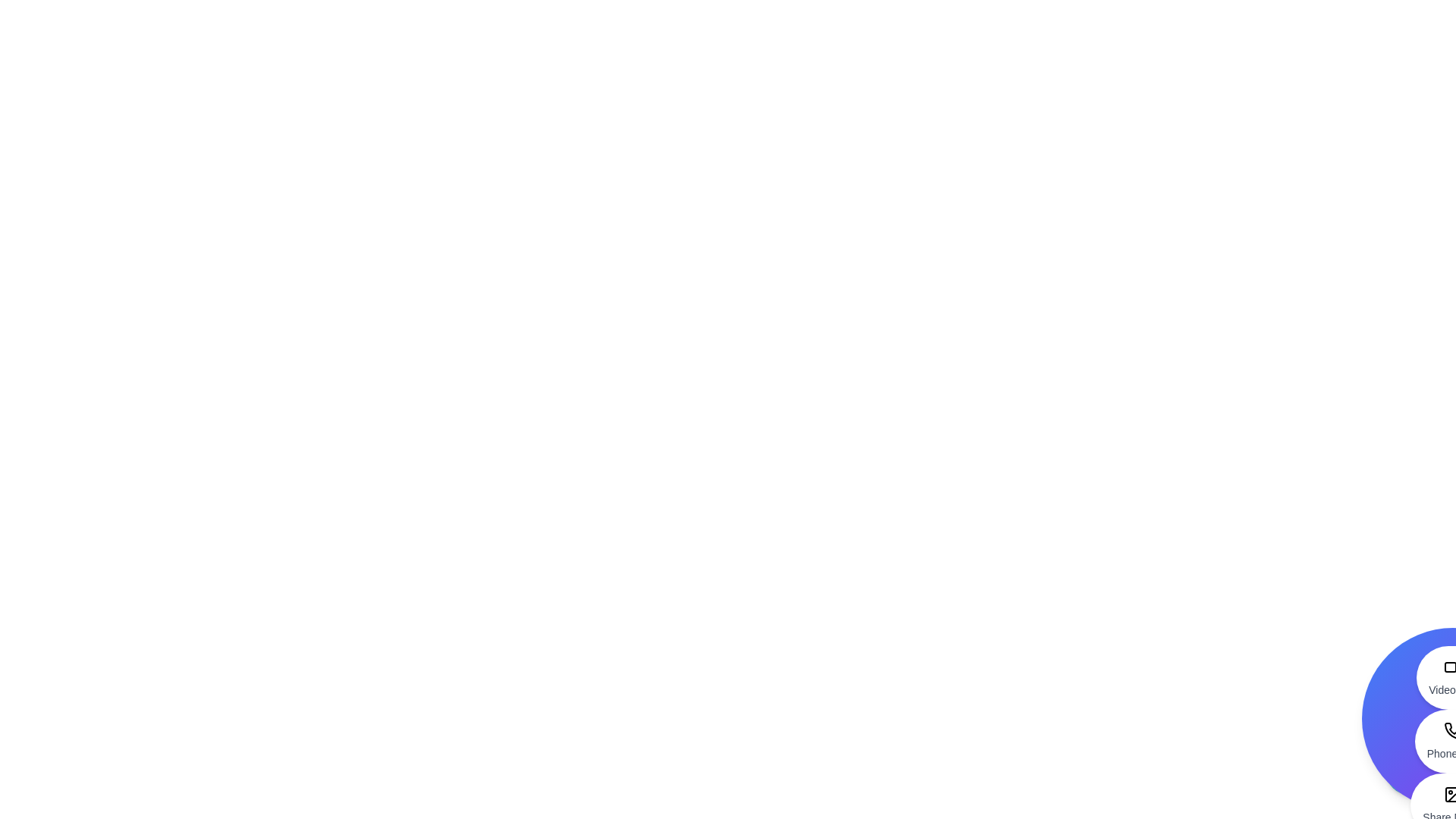 This screenshot has width=1456, height=819. What do you see at coordinates (1451, 677) in the screenshot?
I see `the 'Video Call' button to initiate a video call` at bounding box center [1451, 677].